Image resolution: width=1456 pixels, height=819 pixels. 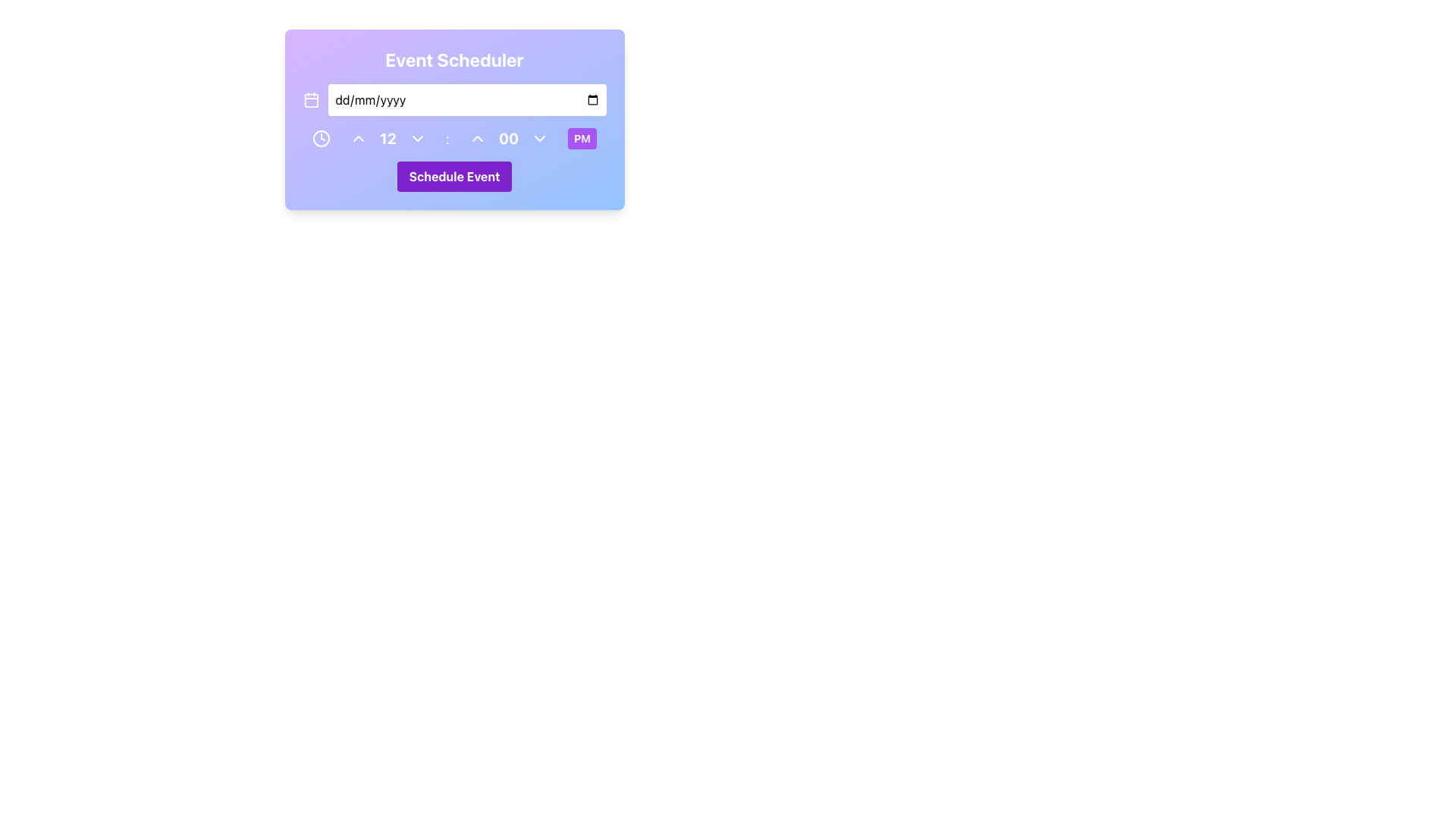 What do you see at coordinates (466, 99) in the screenshot?
I see `a date using the calendar pop-up from the date input field which has a rounded border and is blank, positioned to the right of a calendar icon` at bounding box center [466, 99].